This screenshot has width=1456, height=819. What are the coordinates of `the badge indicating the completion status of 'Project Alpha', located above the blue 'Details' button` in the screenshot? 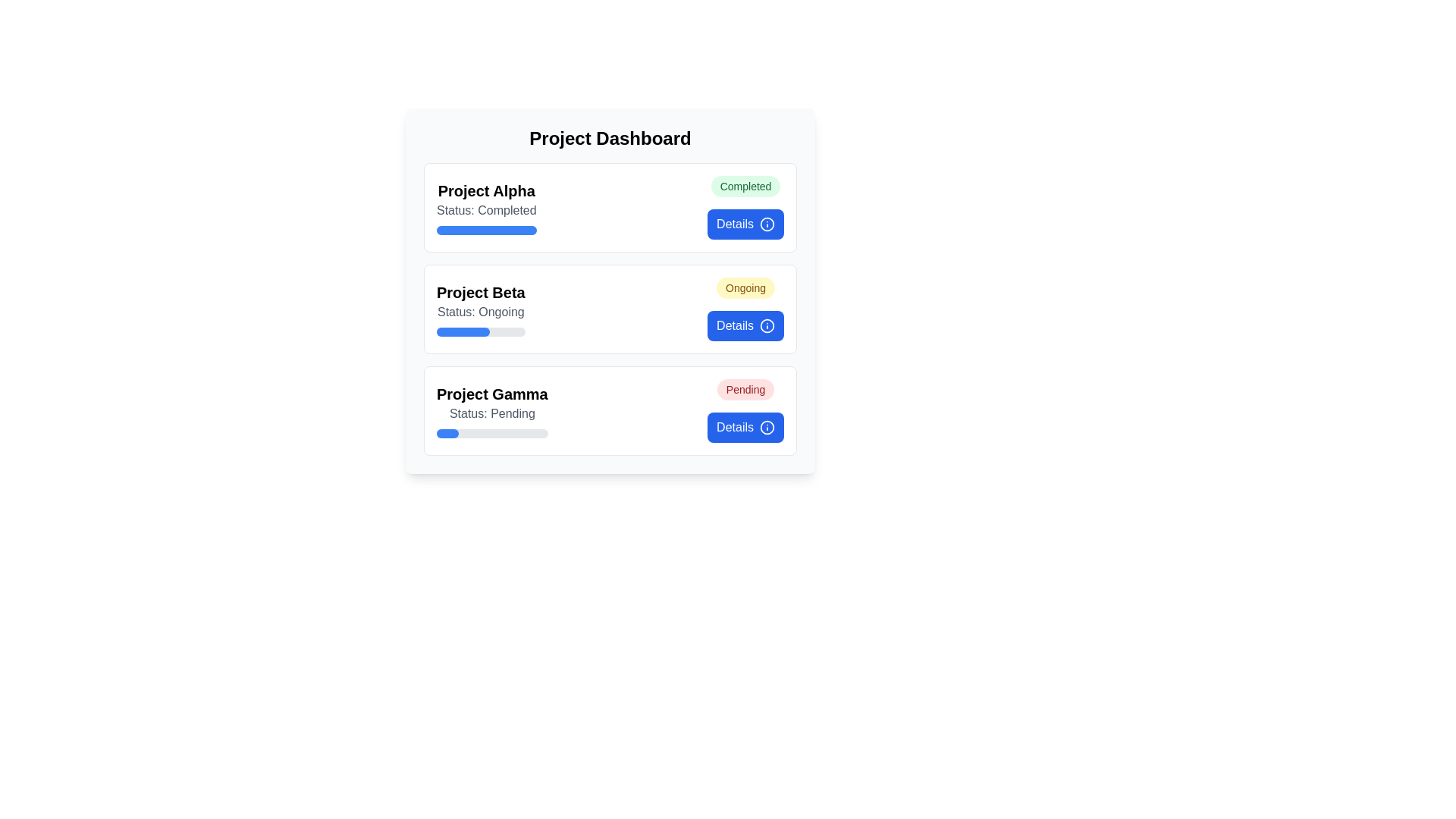 It's located at (745, 186).